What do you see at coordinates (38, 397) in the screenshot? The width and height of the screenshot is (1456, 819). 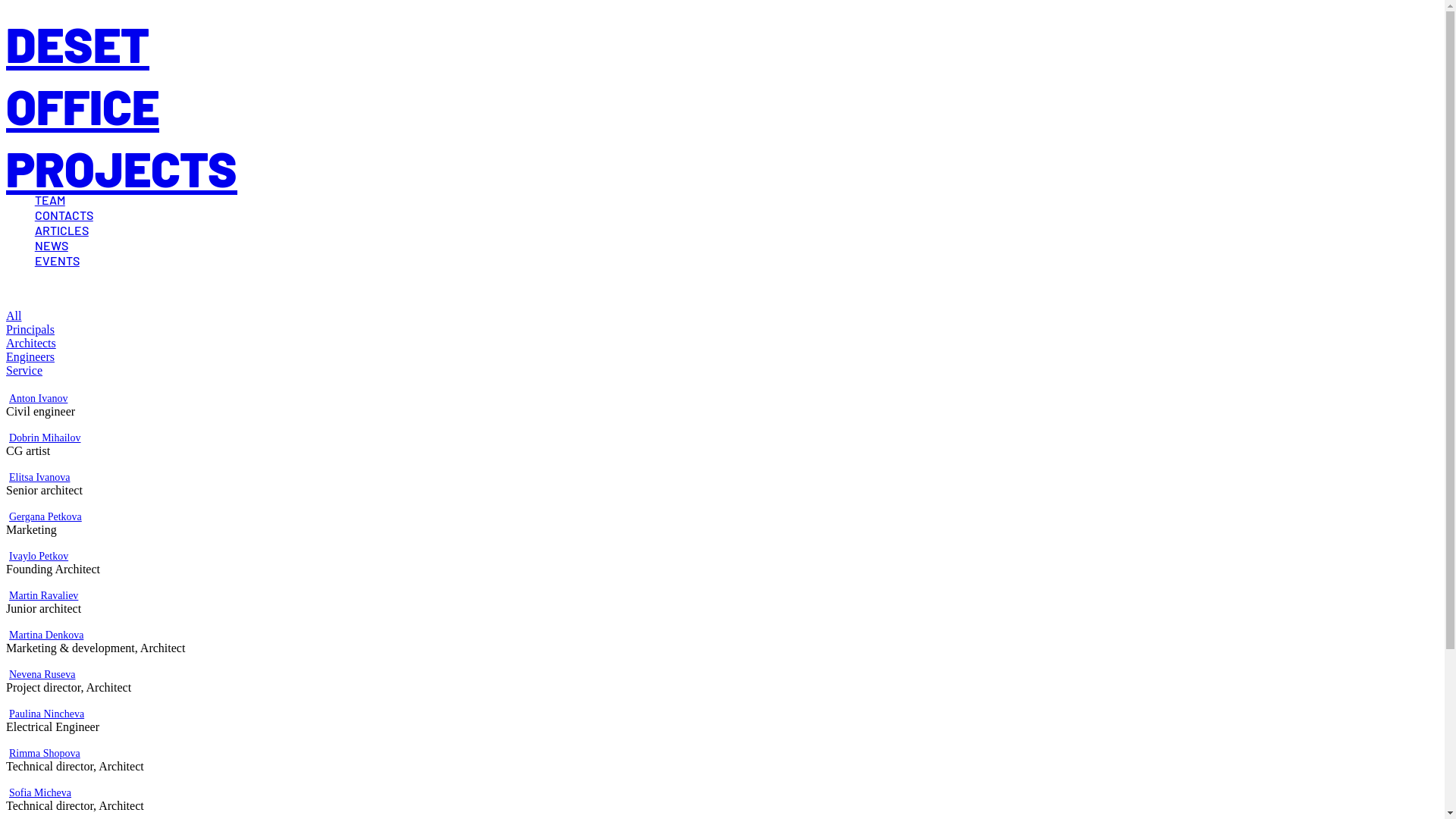 I see `'Anton Ivanov'` at bounding box center [38, 397].